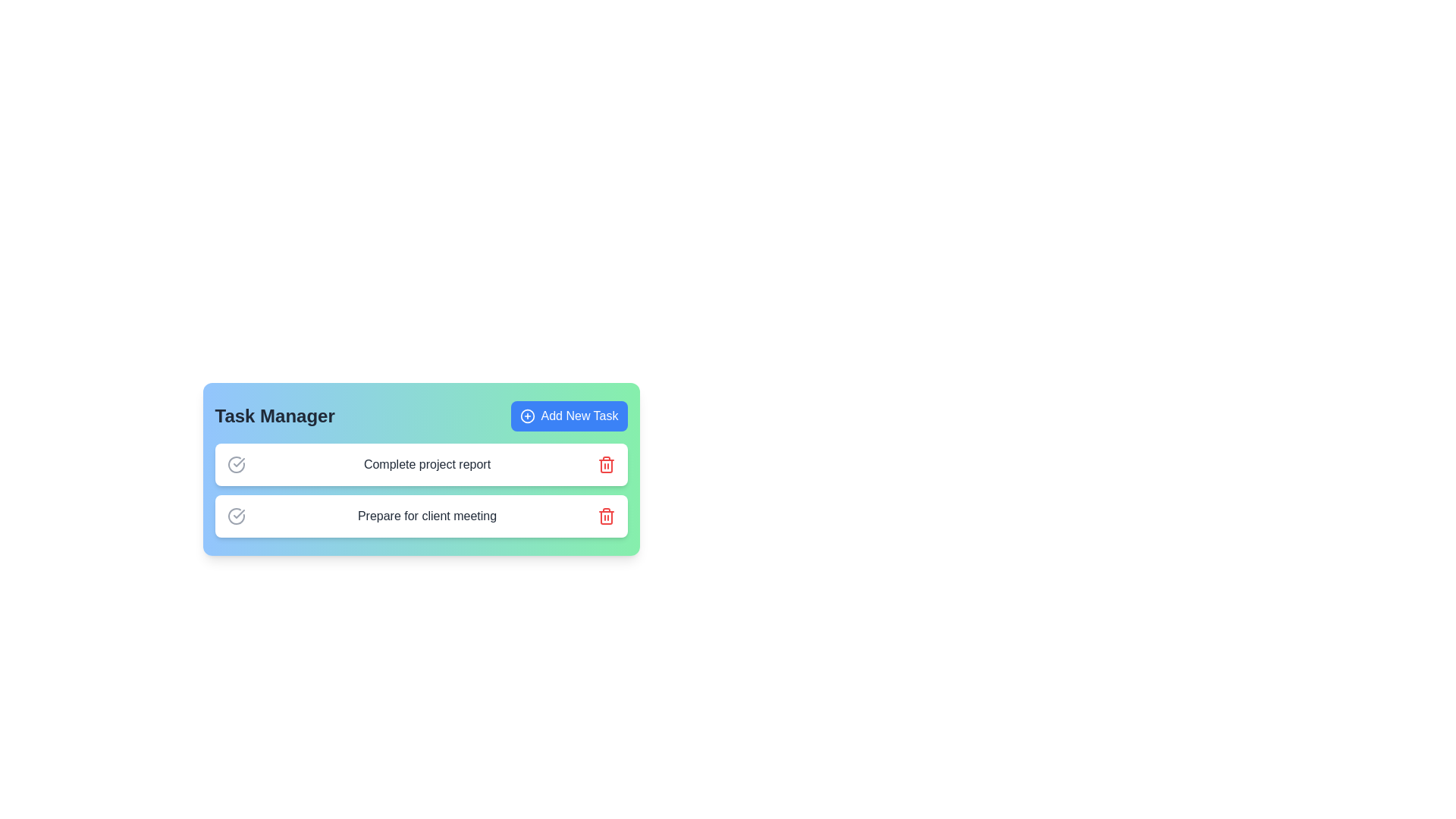 This screenshot has width=1456, height=819. What do you see at coordinates (426, 464) in the screenshot?
I see `the text label that provides descriptive information about the task` at bounding box center [426, 464].